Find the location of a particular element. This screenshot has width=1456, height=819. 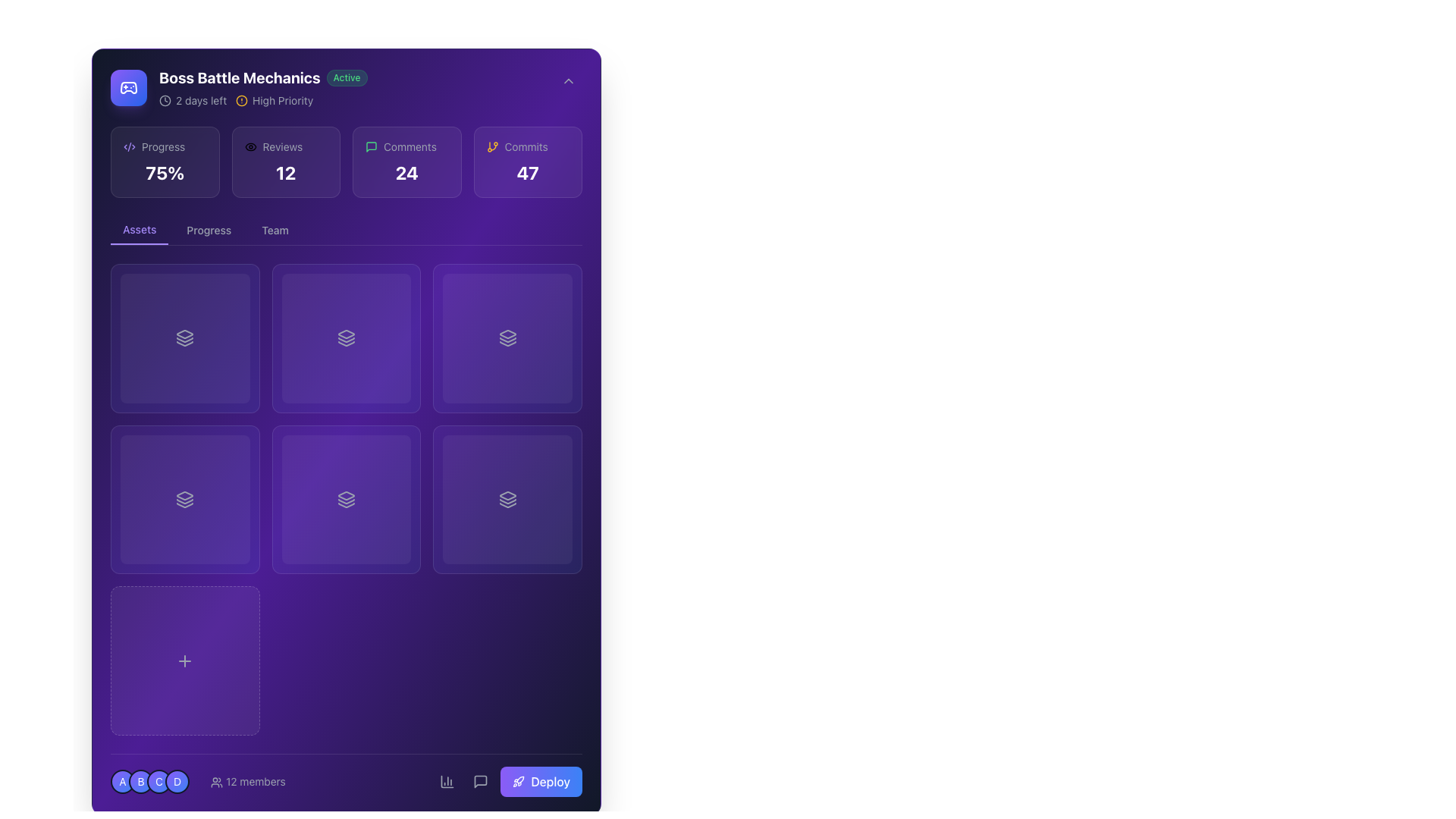

the Information Card that displays the summary of progress within the section, positioned at the top-left corner of the group is located at coordinates (165, 162).